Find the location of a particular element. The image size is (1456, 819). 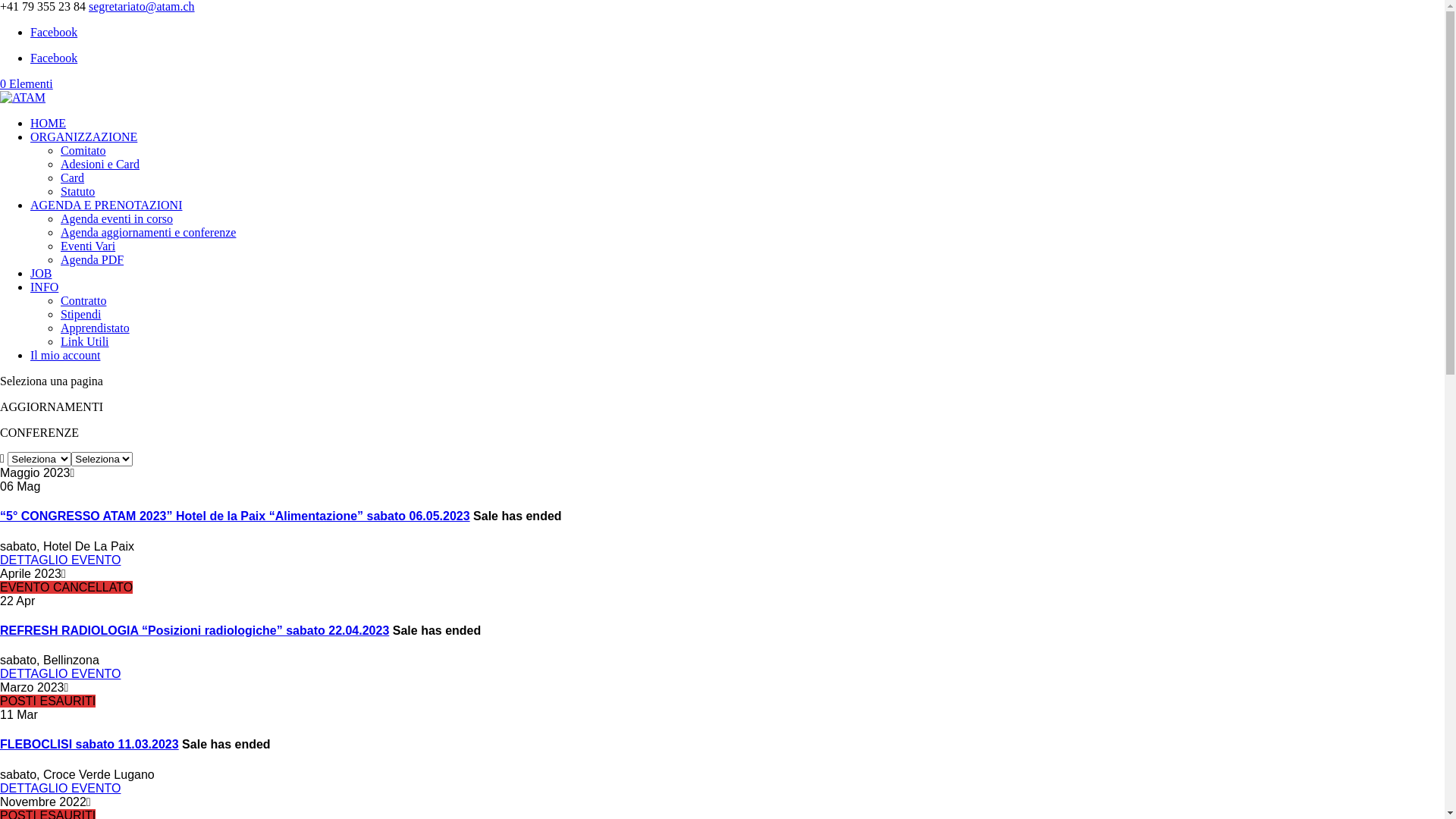

'AGENDA E PRENOTAZIONI' is located at coordinates (105, 205).